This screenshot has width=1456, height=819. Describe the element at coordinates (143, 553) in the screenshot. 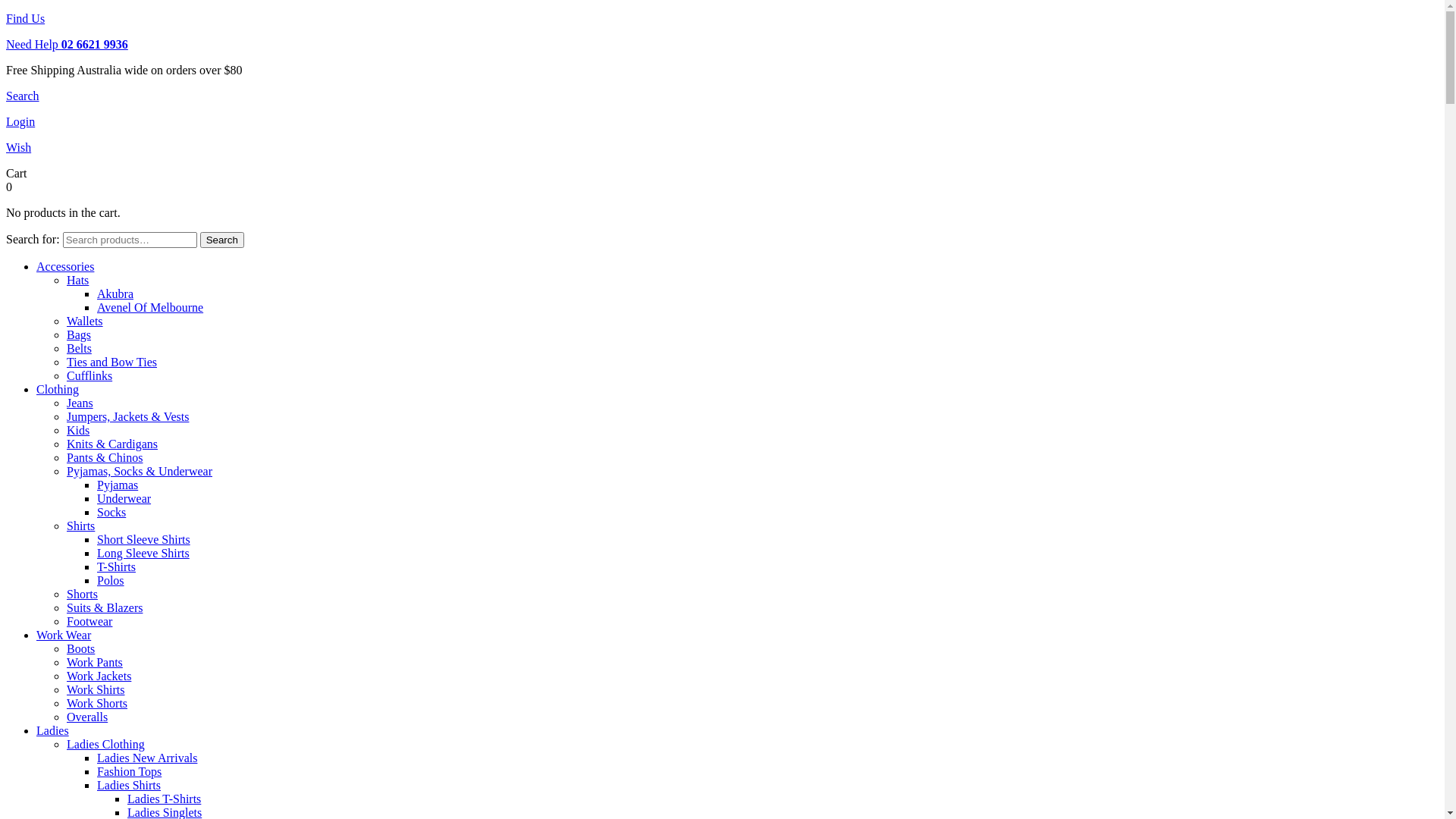

I see `'Long Sleeve Shirts'` at that location.